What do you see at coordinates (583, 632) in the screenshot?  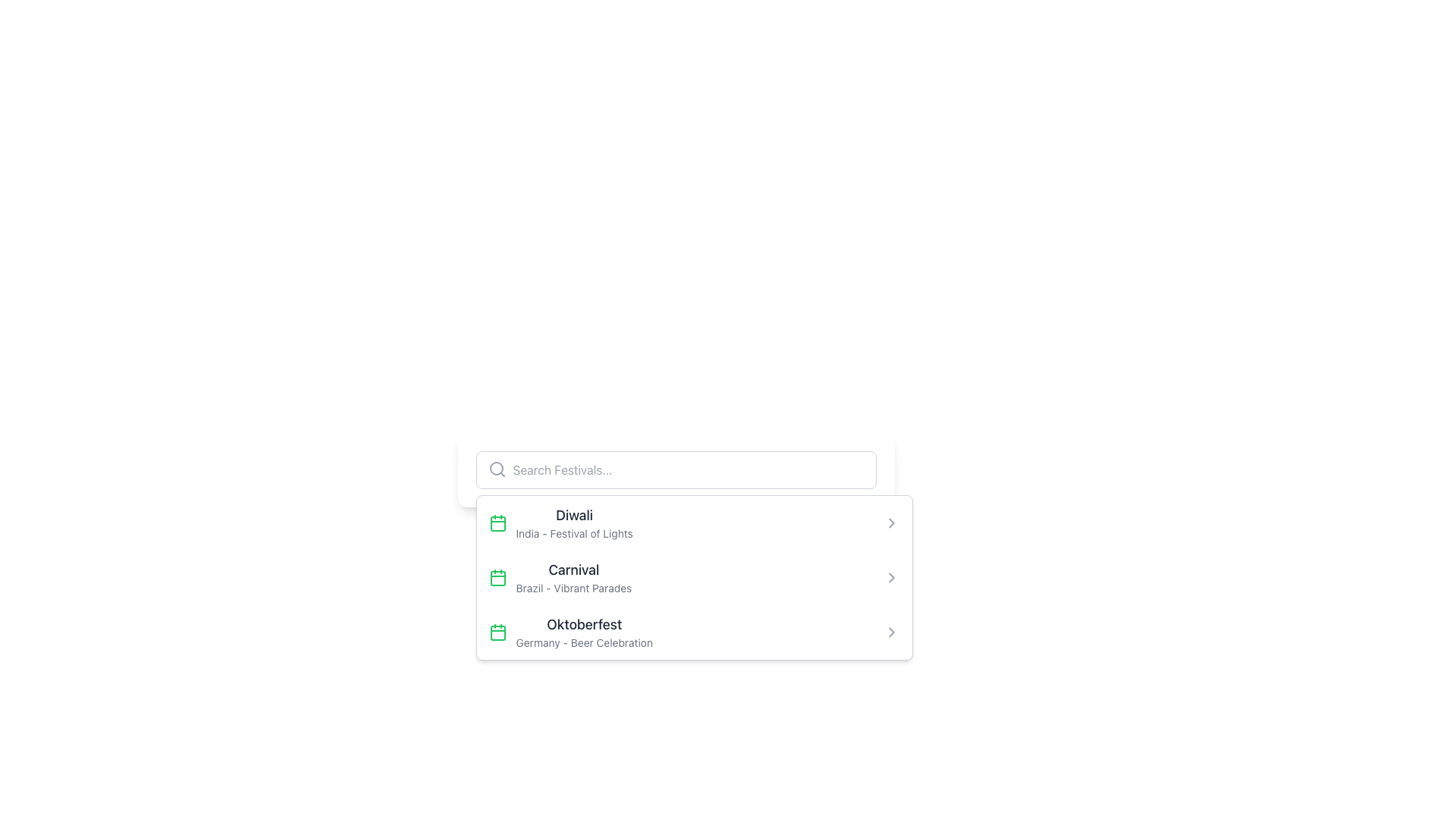 I see `the list item displaying 'Oktoberfest' in a pop-up menu` at bounding box center [583, 632].